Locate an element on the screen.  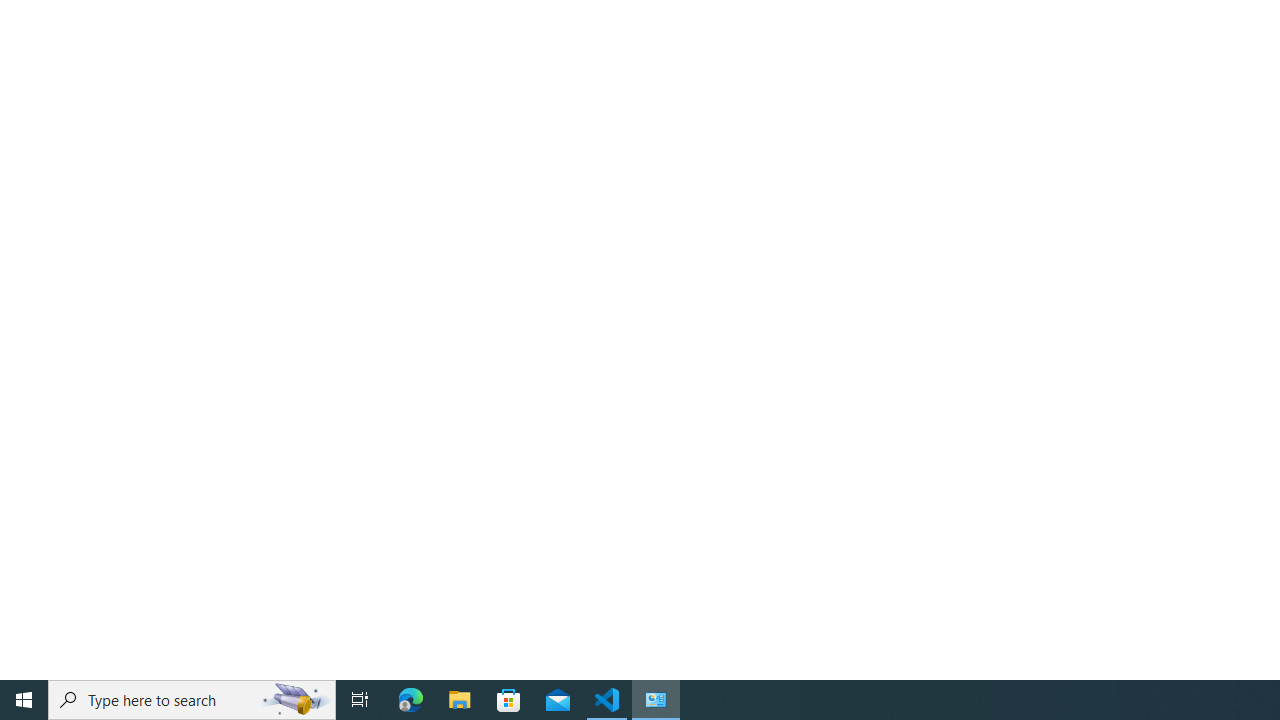
'Task View' is located at coordinates (359, 698).